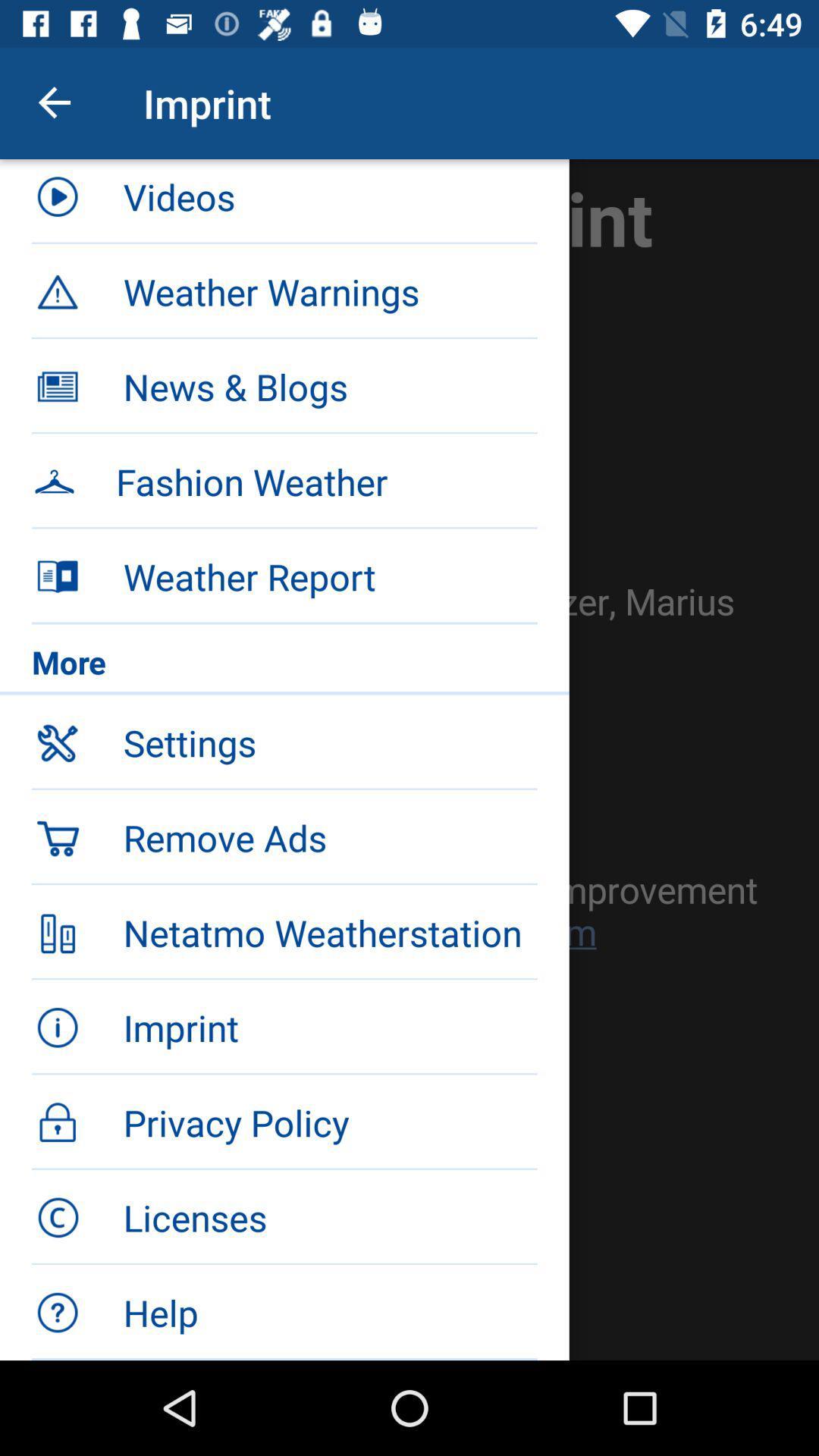 This screenshot has height=1456, width=819. What do you see at coordinates (329, 201) in the screenshot?
I see `item below the imprint icon` at bounding box center [329, 201].